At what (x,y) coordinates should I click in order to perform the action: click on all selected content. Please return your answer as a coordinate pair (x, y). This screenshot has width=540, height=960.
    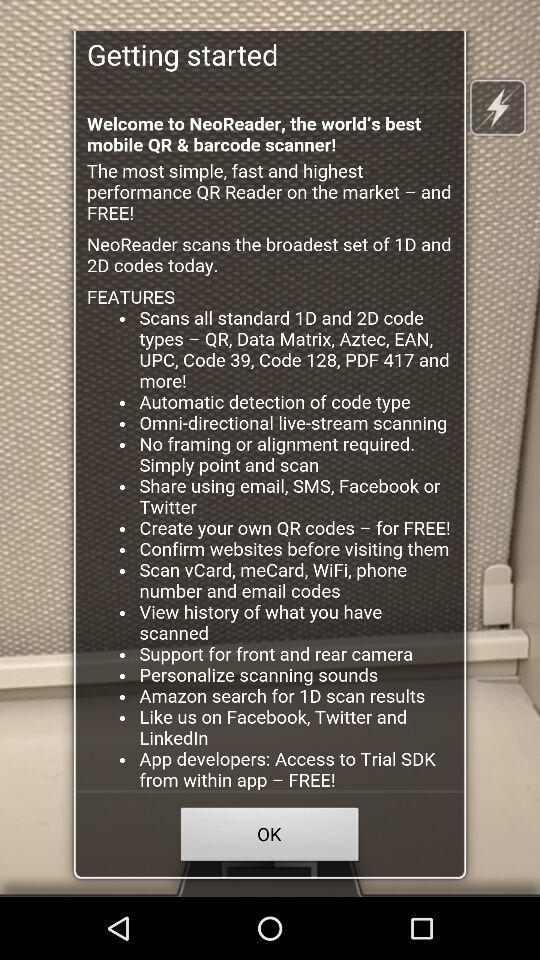
    Looking at the image, I should click on (270, 444).